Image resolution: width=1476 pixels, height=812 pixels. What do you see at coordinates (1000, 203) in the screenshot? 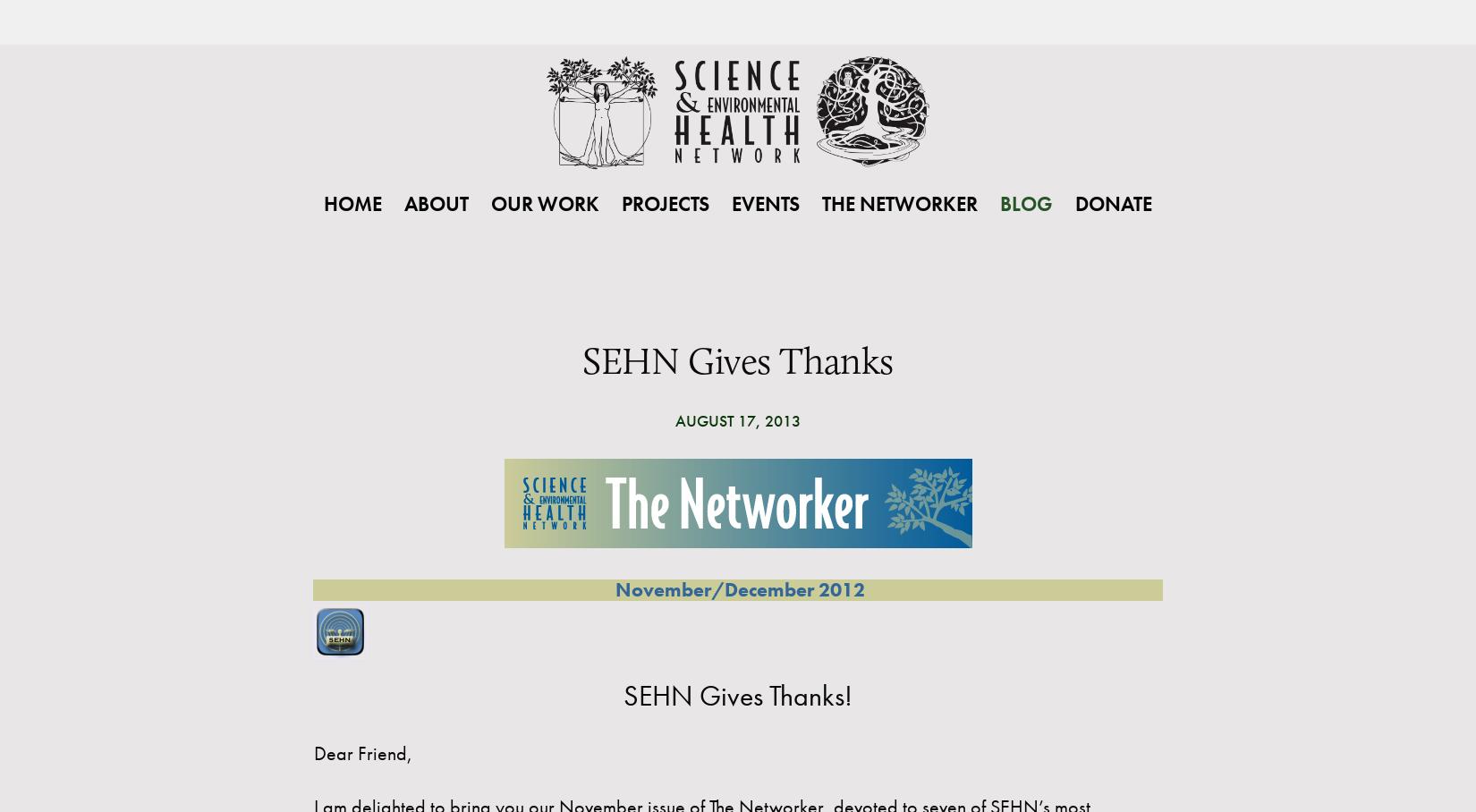
I see `'Blog'` at bounding box center [1000, 203].